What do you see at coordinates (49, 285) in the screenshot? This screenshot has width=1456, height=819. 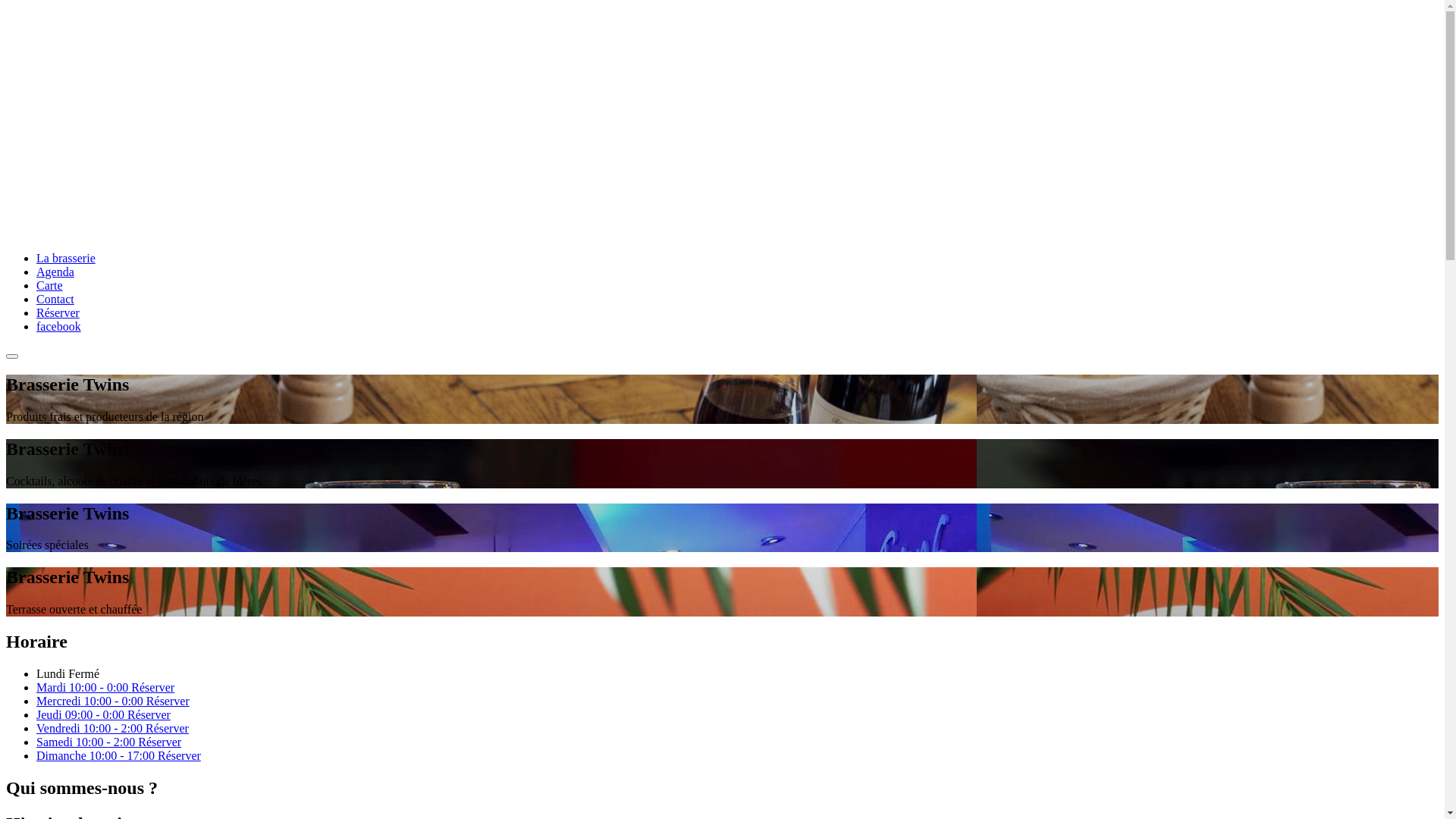 I see `'Carte'` at bounding box center [49, 285].